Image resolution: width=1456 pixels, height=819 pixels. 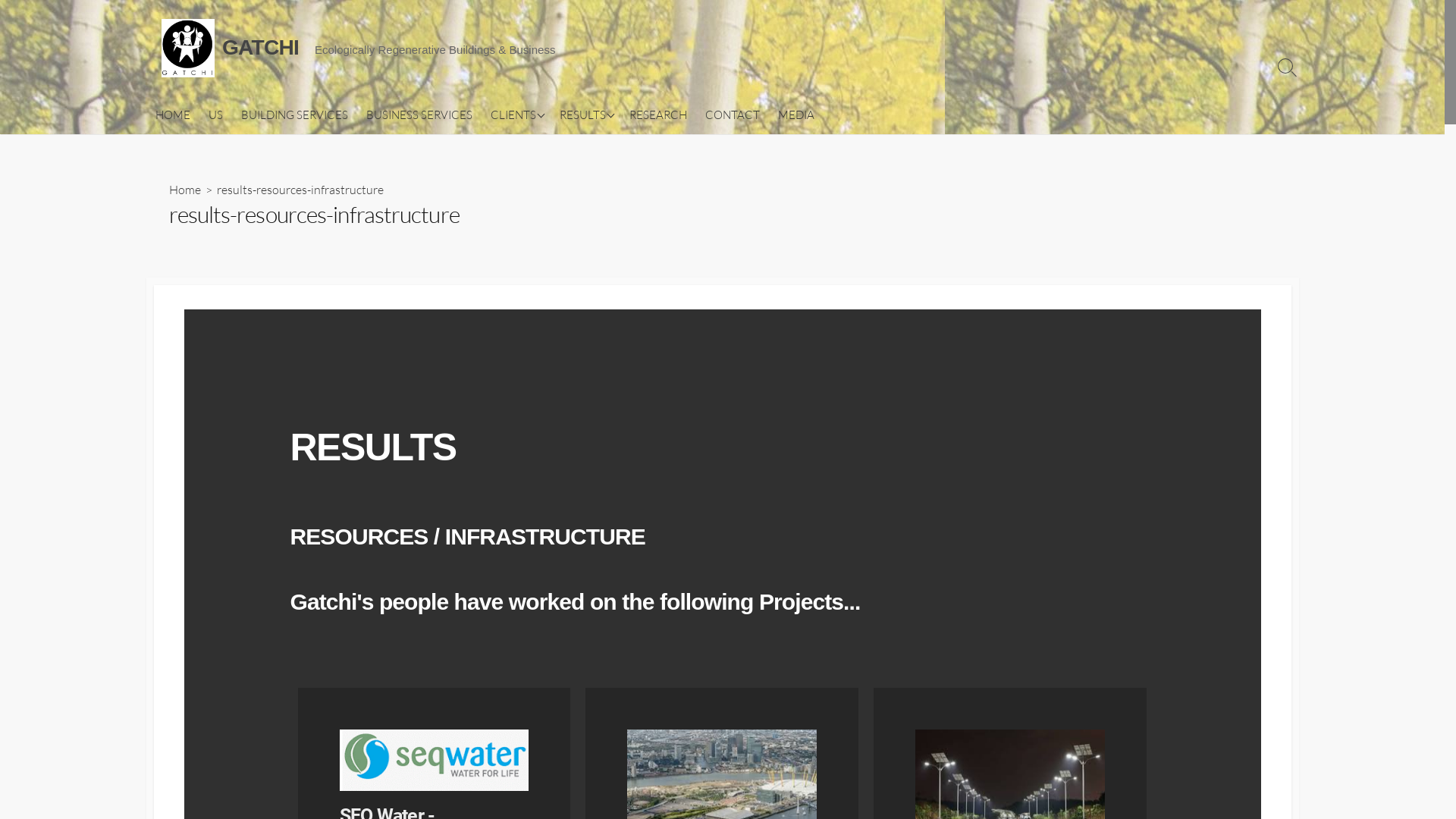 I want to click on 'Governments/Councils', so click(x=556, y=194).